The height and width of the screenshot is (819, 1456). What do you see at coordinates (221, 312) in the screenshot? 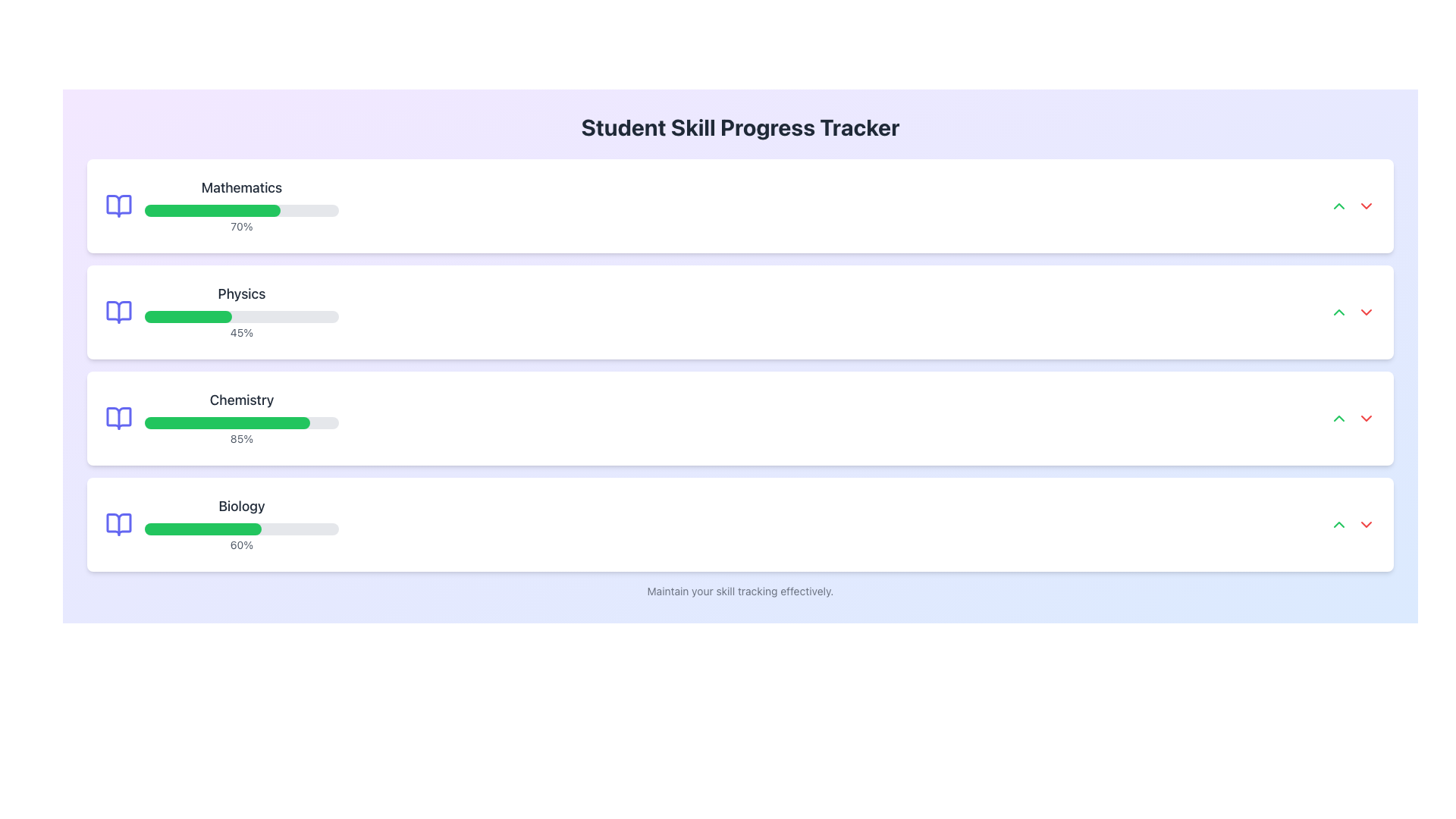
I see `the progress percentage of the 'Physics' skill progress indicator, which is the second progress indicator in a list of four, located centrally in the second row` at bounding box center [221, 312].